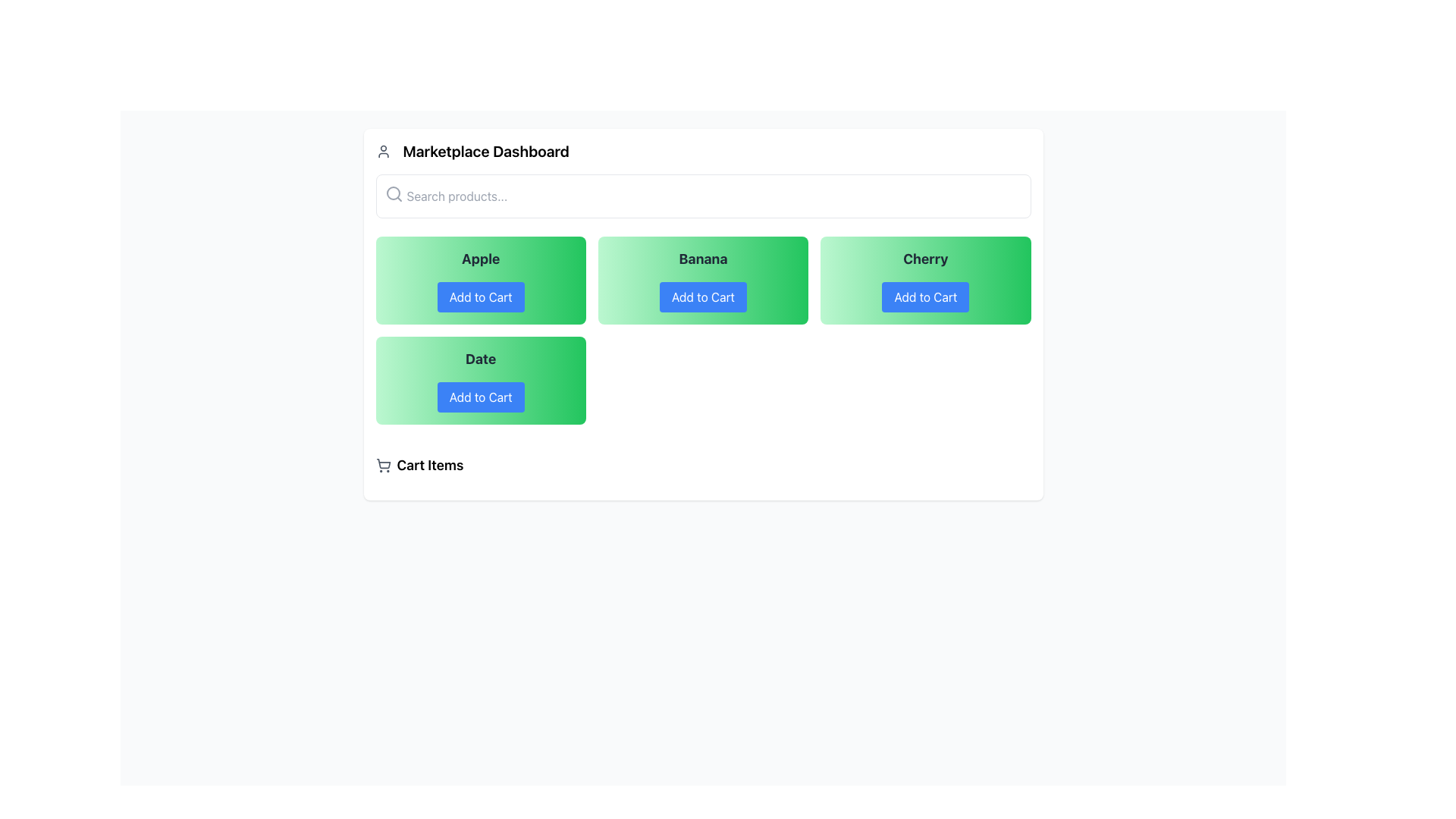 This screenshot has height=819, width=1456. Describe the element at coordinates (486, 152) in the screenshot. I see `the Text Label that serves as a heading or title, located in the top-left region of the interface, directly to the right of a user icon and above a search bar` at that location.